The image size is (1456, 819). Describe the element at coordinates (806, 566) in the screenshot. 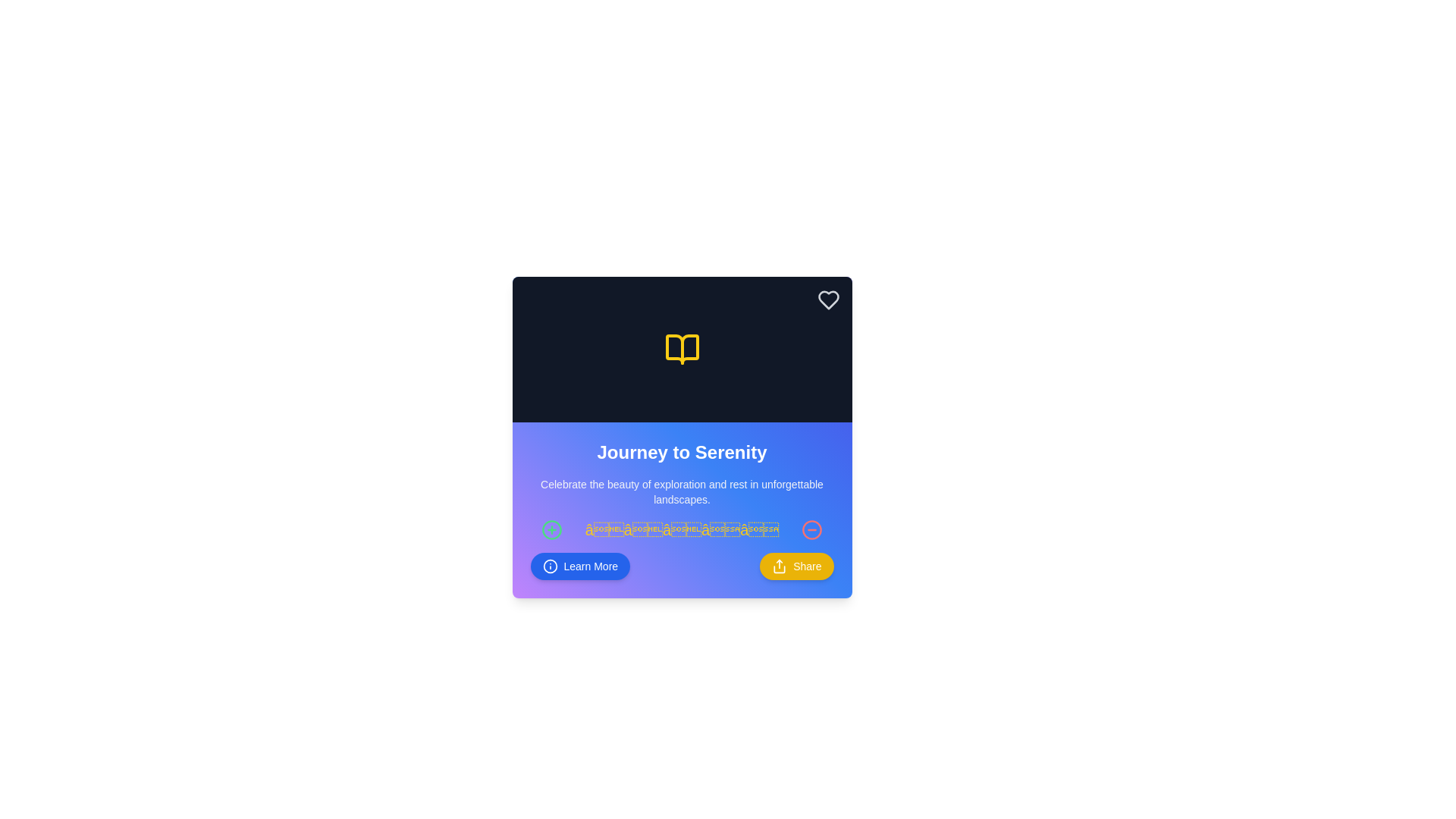

I see `the text label indicating the share function within the yellow share button located at the bottom right of the panel` at that location.